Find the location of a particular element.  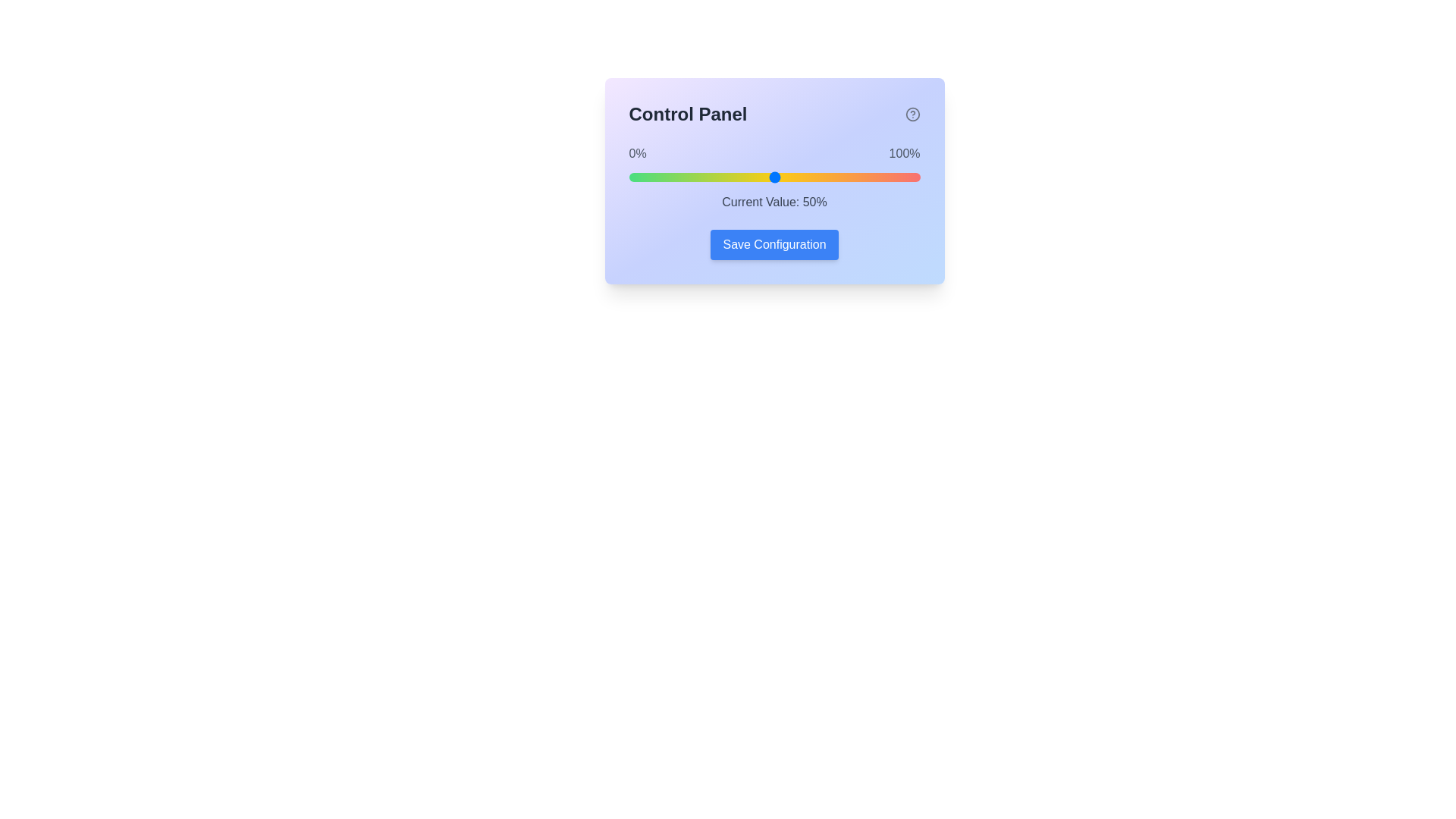

the slider to set the value to 69% is located at coordinates (829, 177).